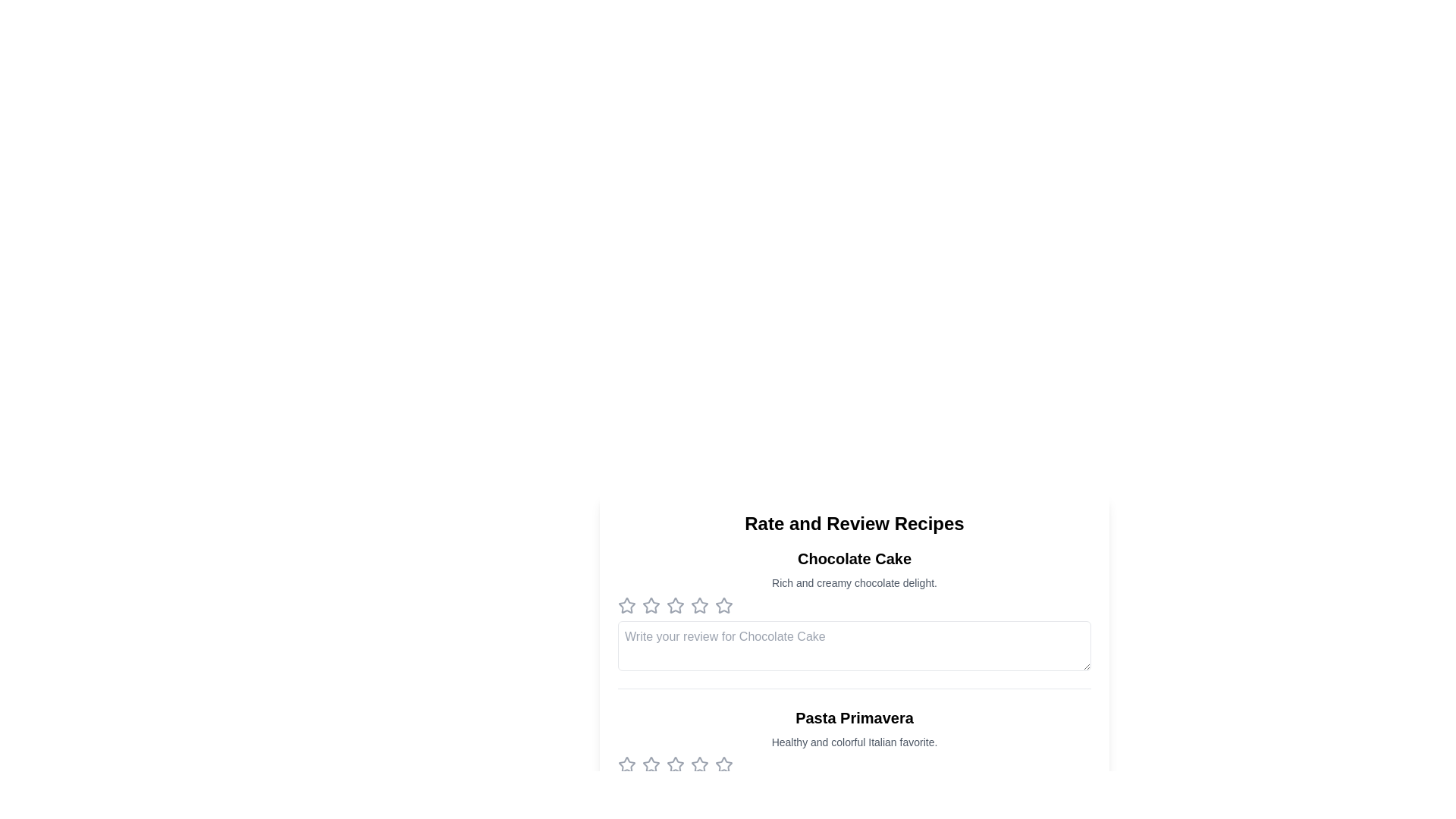 This screenshot has height=819, width=1456. Describe the element at coordinates (675, 604) in the screenshot. I see `the fifth star icon in the rating component, which allows users to provide a specific rating, positioned above the review text input field` at that location.